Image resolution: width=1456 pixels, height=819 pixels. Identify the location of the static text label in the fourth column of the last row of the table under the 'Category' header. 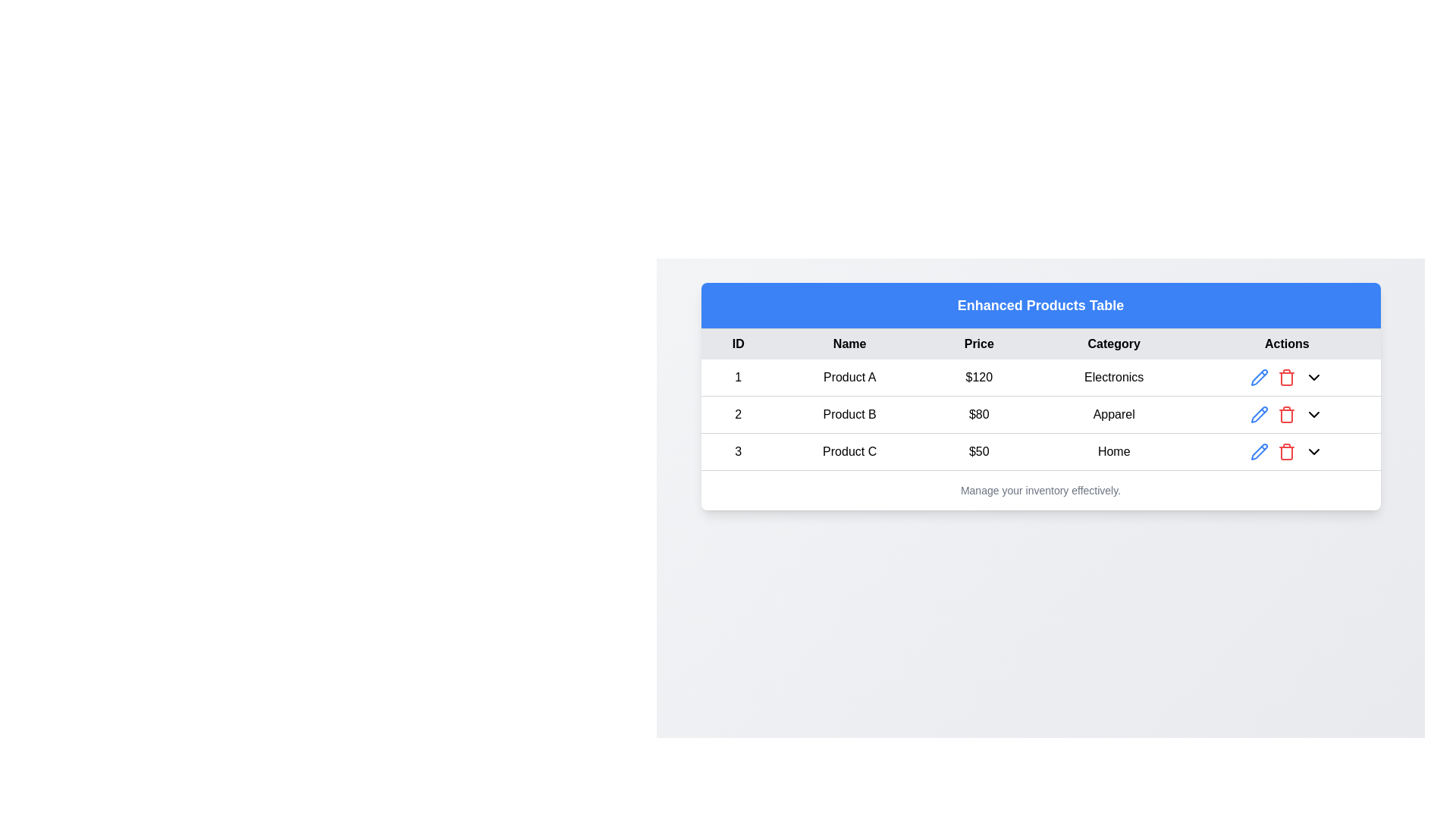
(1114, 451).